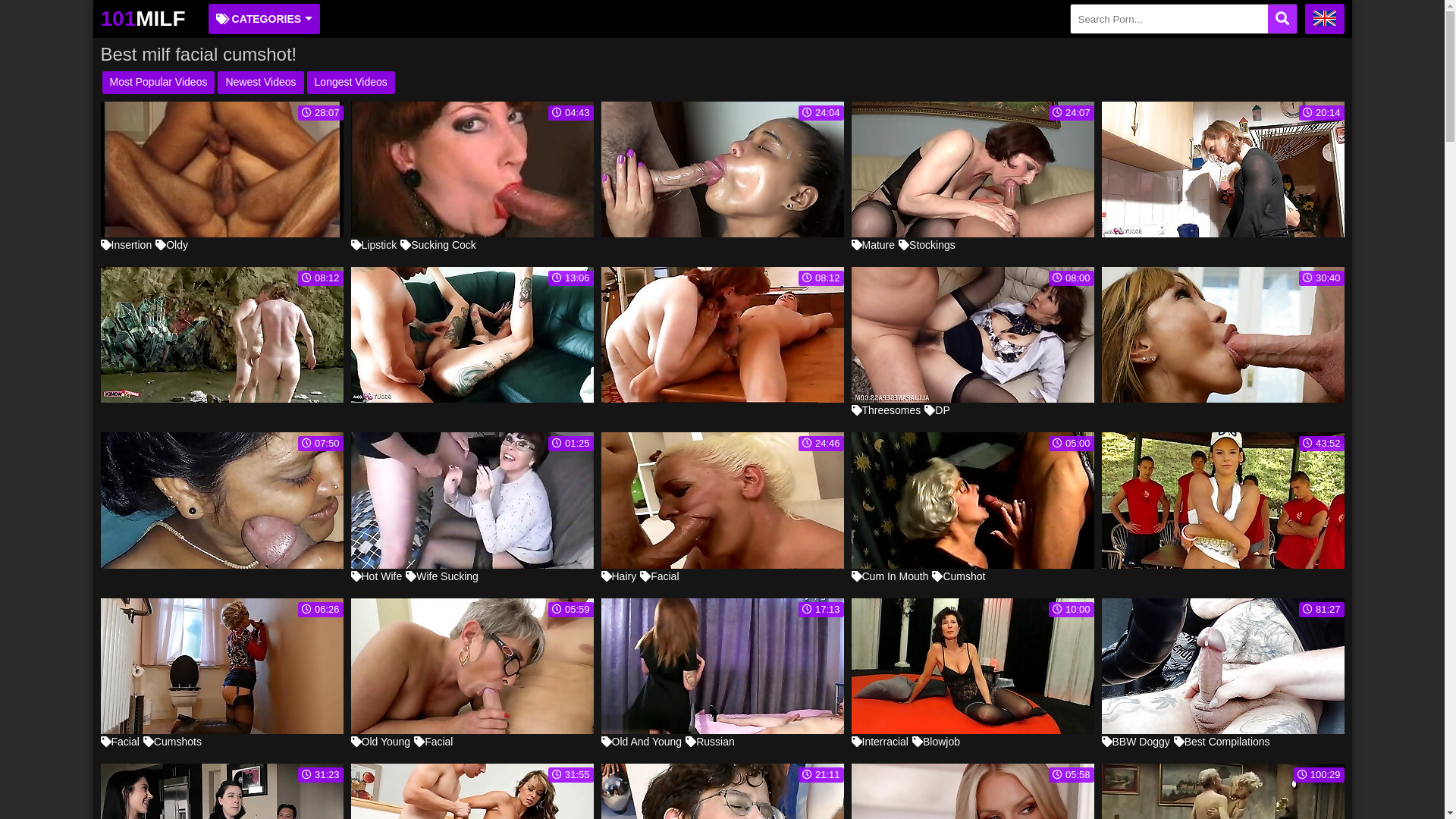 The width and height of the screenshot is (1456, 819). What do you see at coordinates (899, 244) in the screenshot?
I see `'Stockings'` at bounding box center [899, 244].